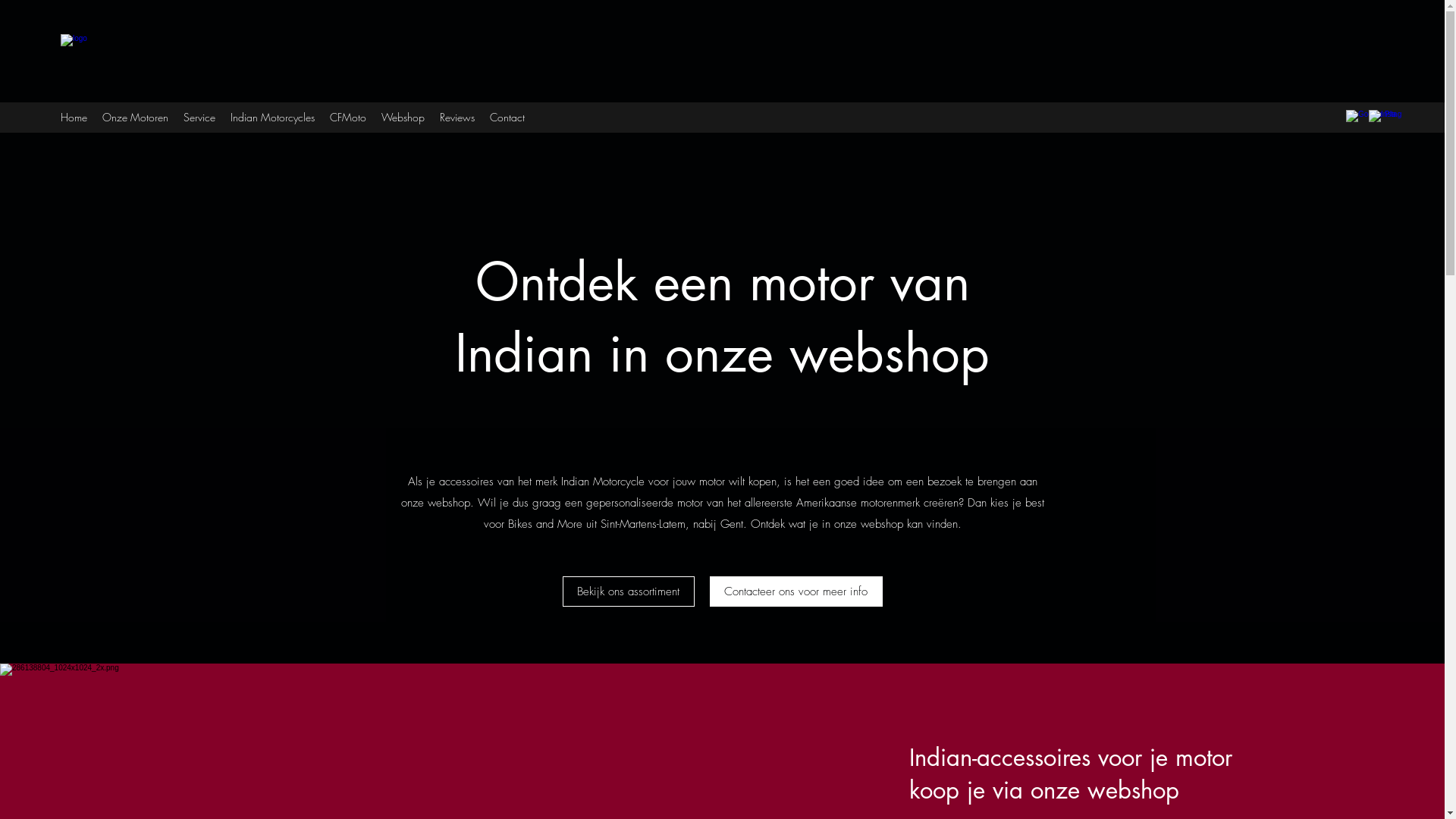  Describe the element at coordinates (73, 116) in the screenshot. I see `'Home'` at that location.